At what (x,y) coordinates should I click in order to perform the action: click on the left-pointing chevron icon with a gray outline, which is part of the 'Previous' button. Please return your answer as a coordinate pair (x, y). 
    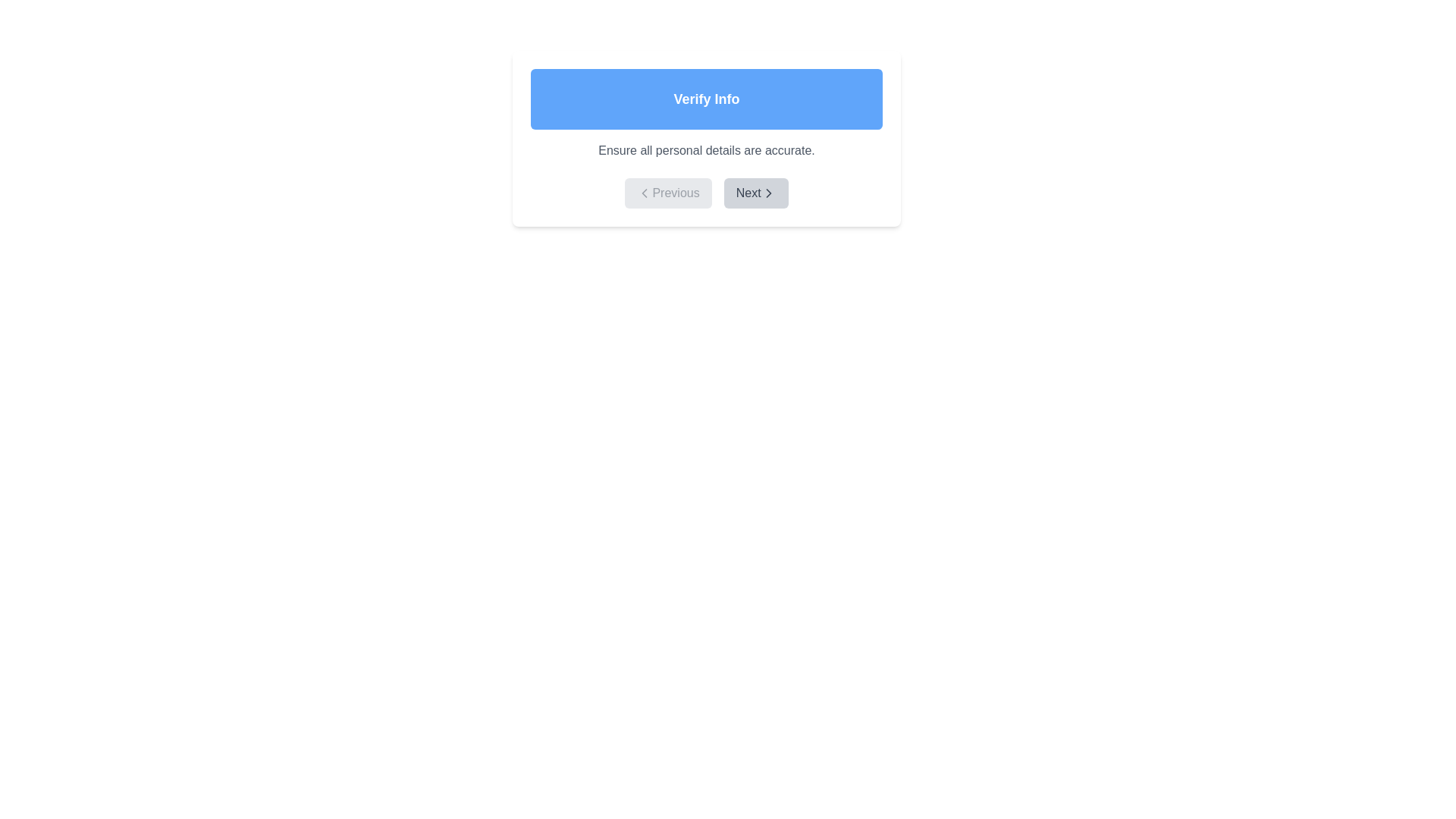
    Looking at the image, I should click on (644, 192).